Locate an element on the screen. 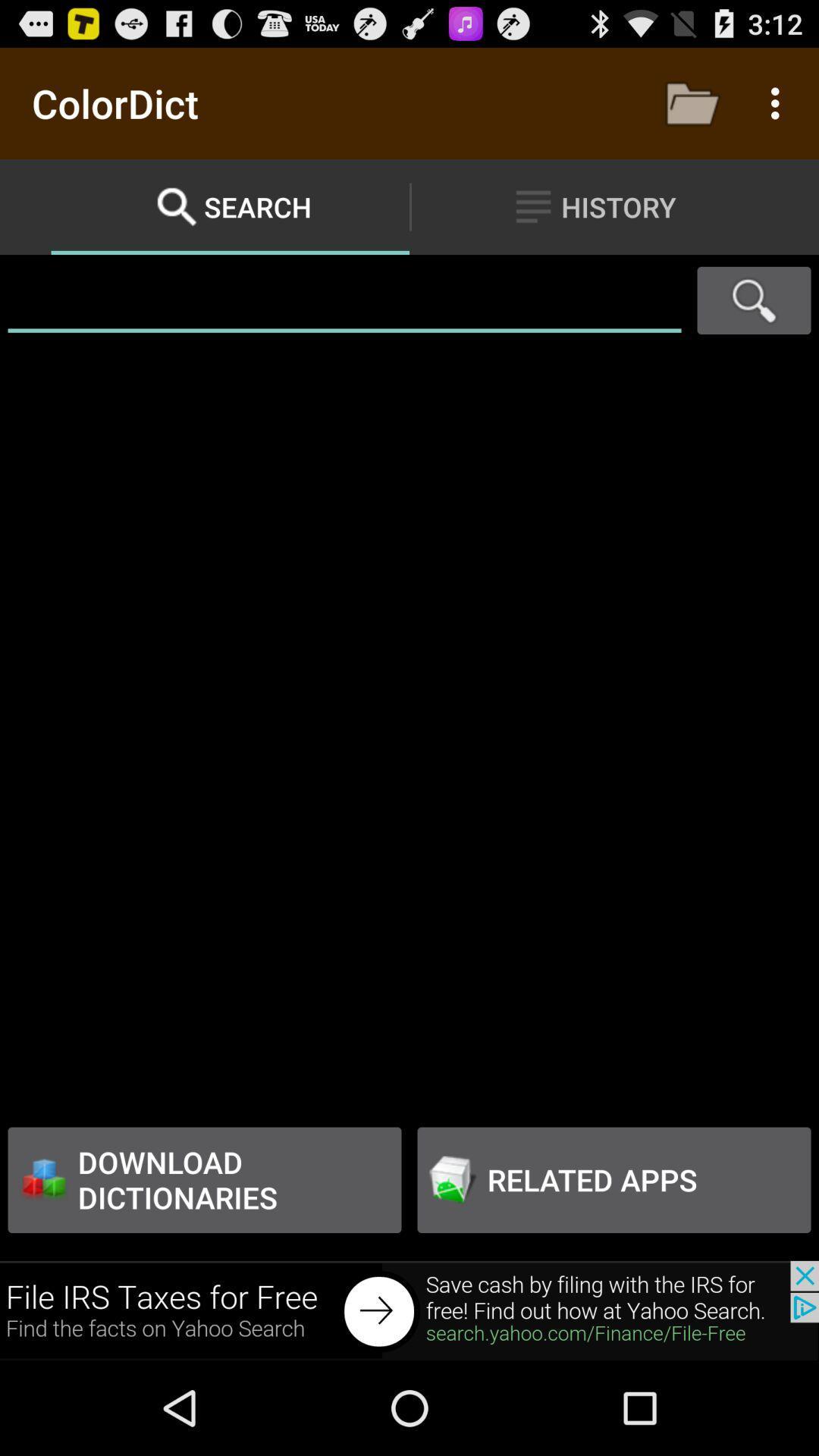 The height and width of the screenshot is (1456, 819). search option is located at coordinates (754, 300).